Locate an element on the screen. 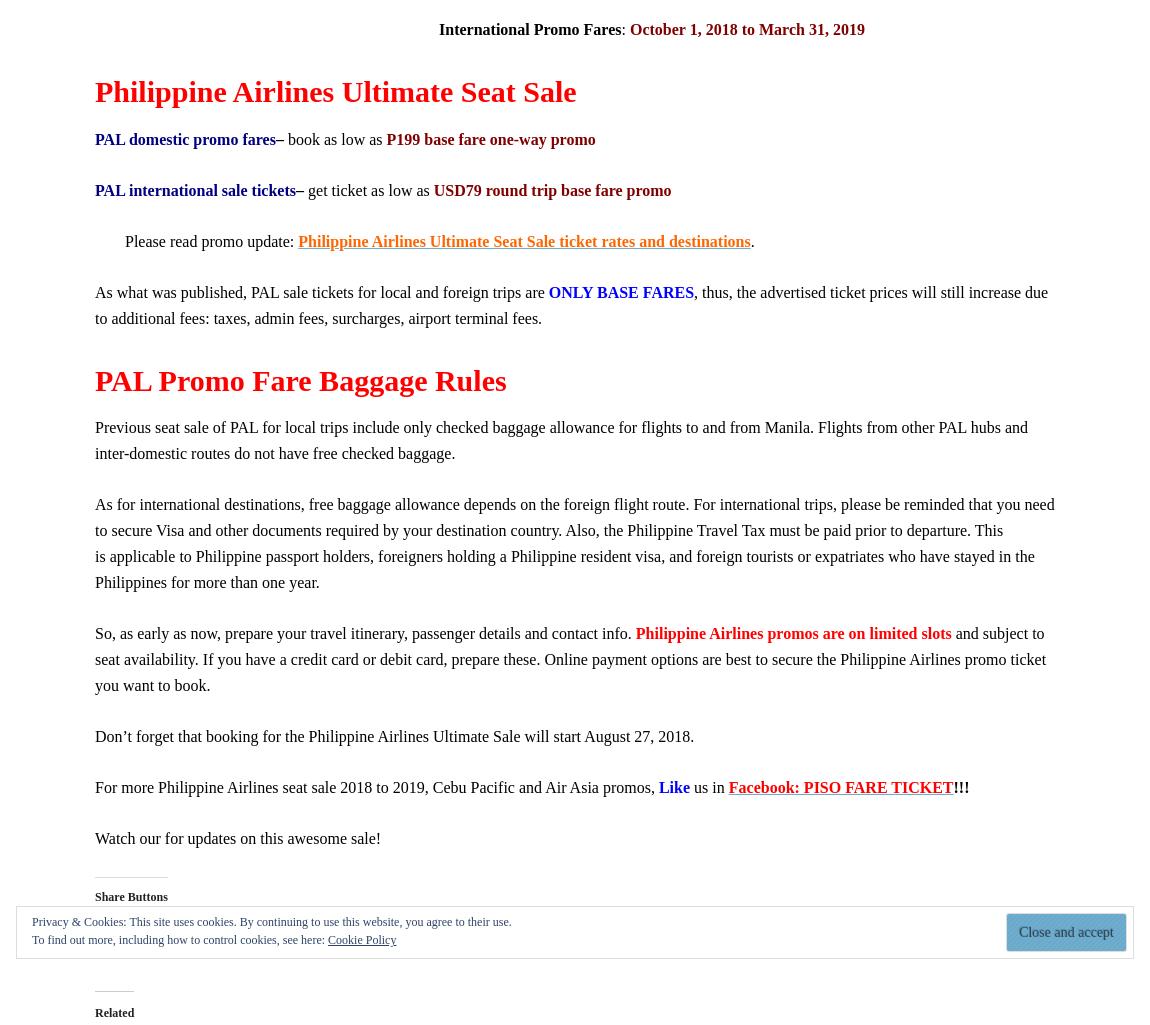 This screenshot has width=1150, height=1025. 'Cookie Policy' is located at coordinates (362, 940).